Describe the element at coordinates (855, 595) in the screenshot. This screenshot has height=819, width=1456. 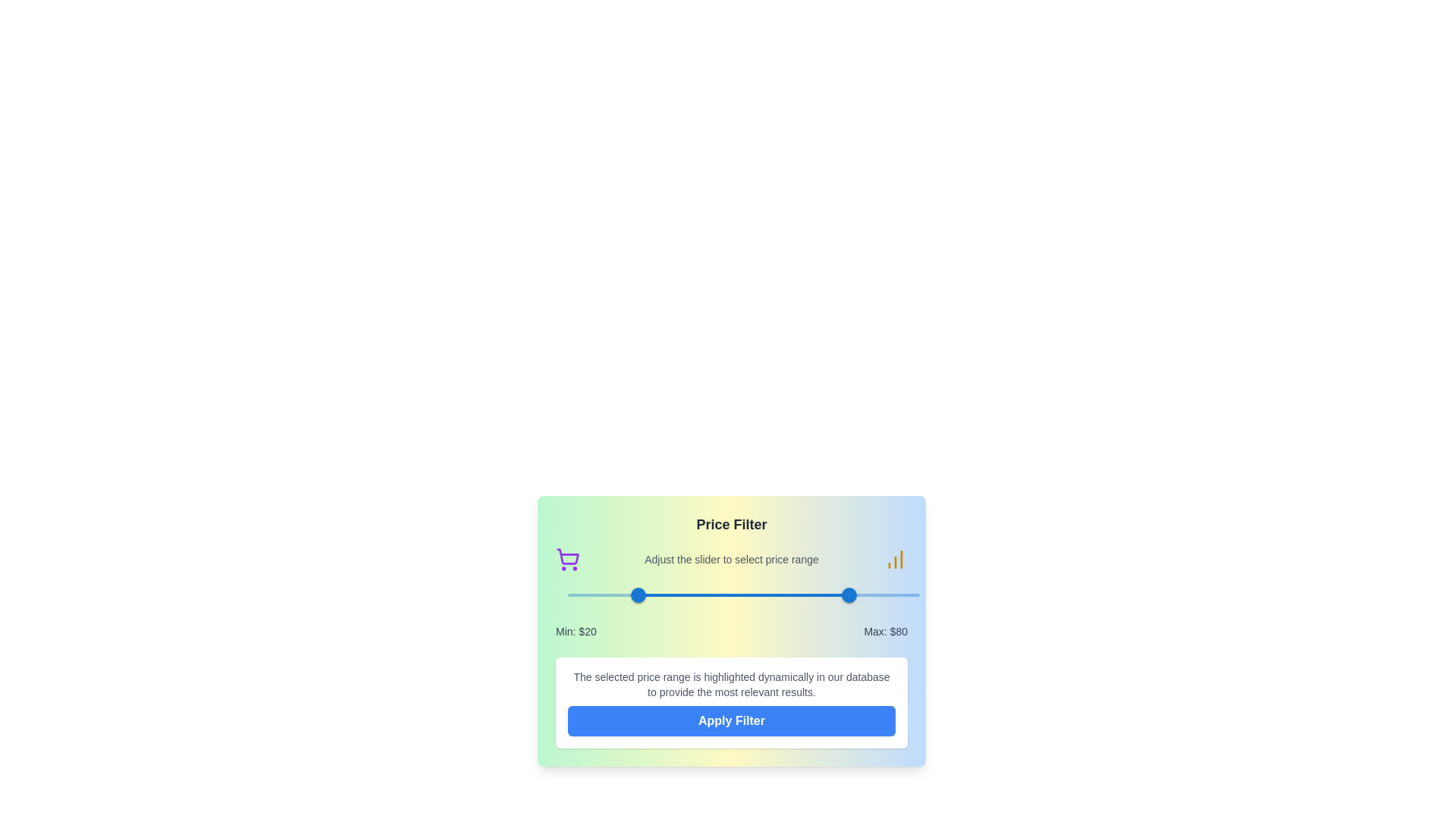
I see `slider value` at that location.